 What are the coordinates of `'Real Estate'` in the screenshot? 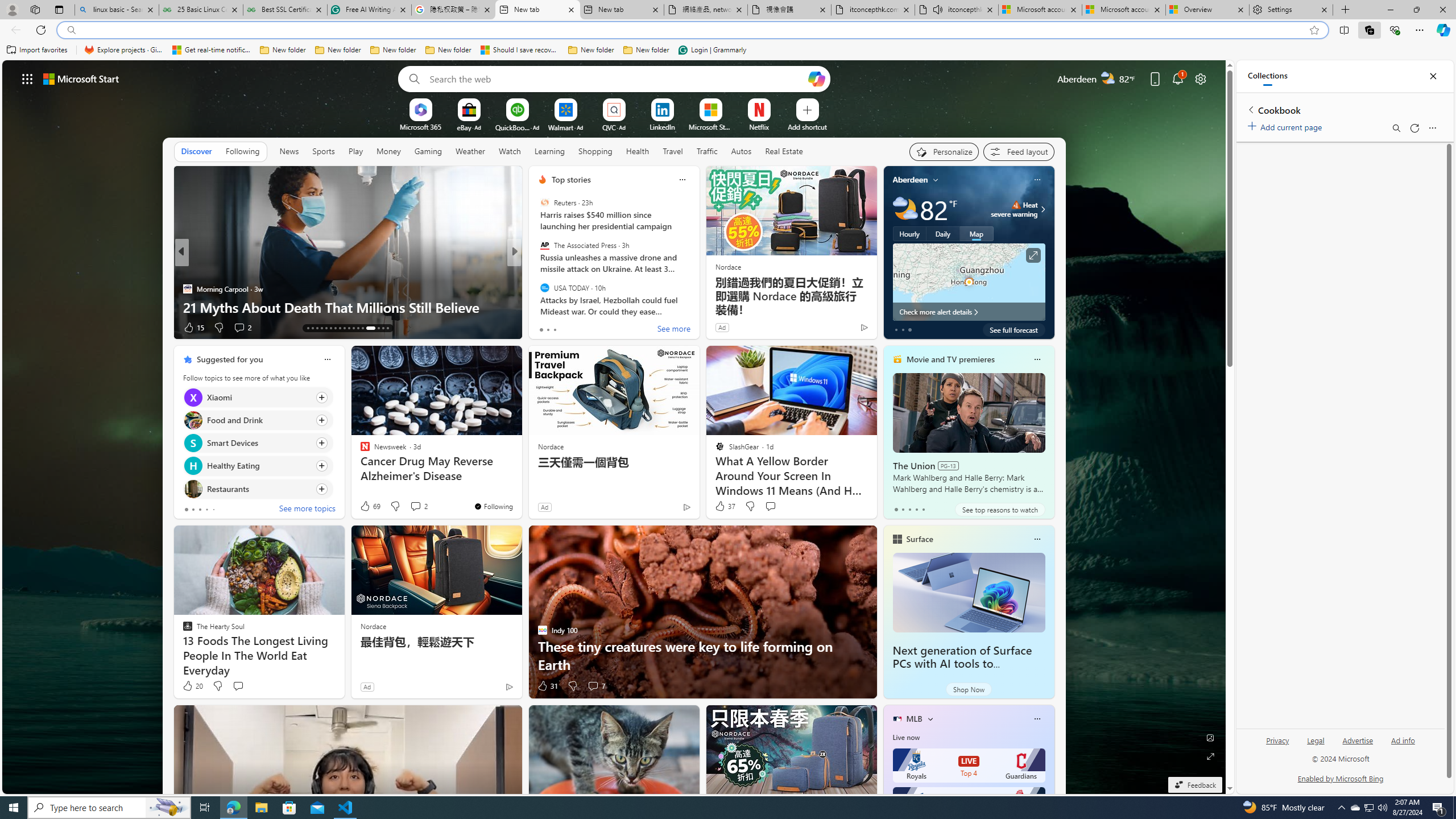 It's located at (783, 150).